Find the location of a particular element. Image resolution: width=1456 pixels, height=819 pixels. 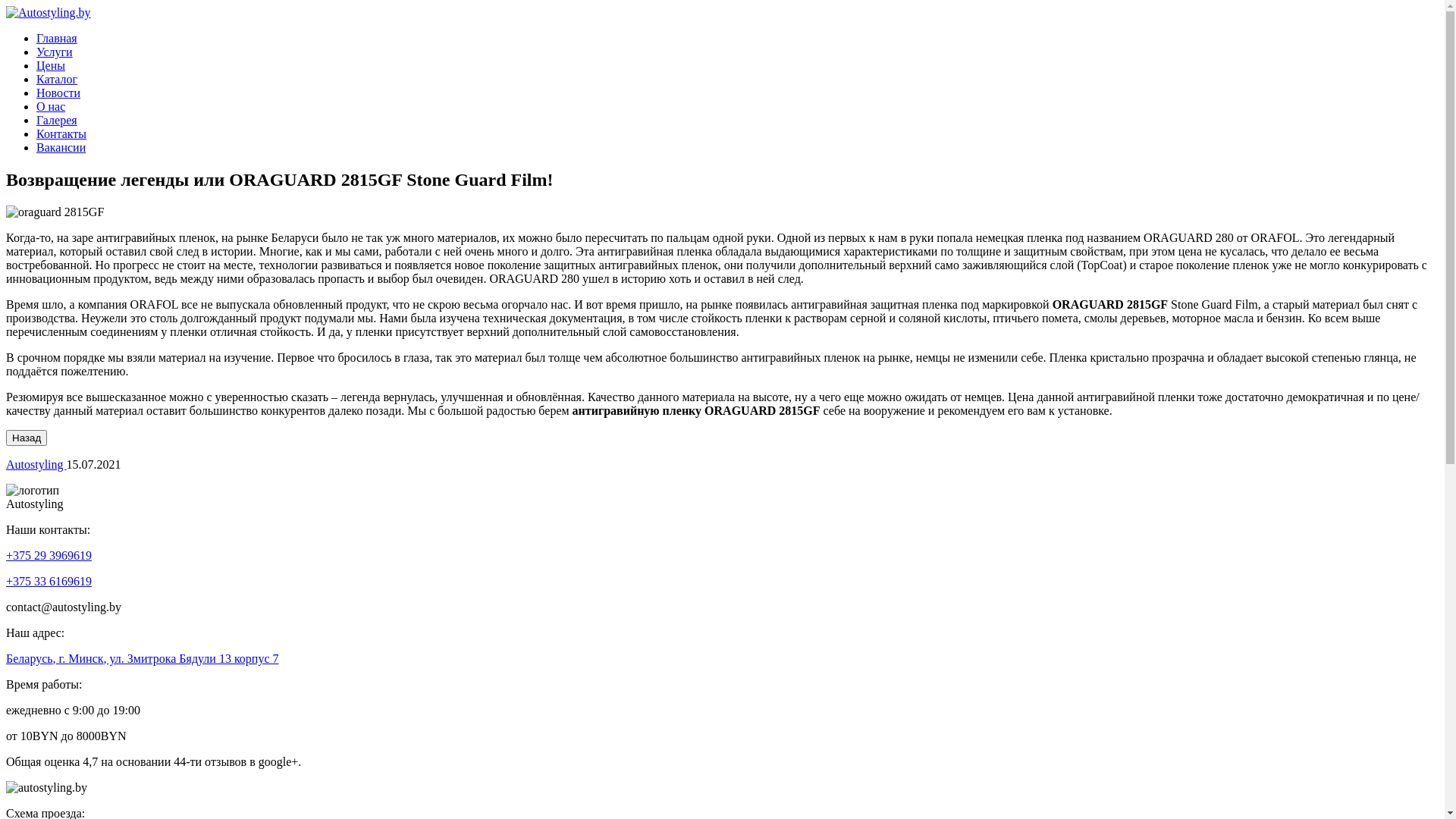

'+375 29 3969619' is located at coordinates (6, 555).